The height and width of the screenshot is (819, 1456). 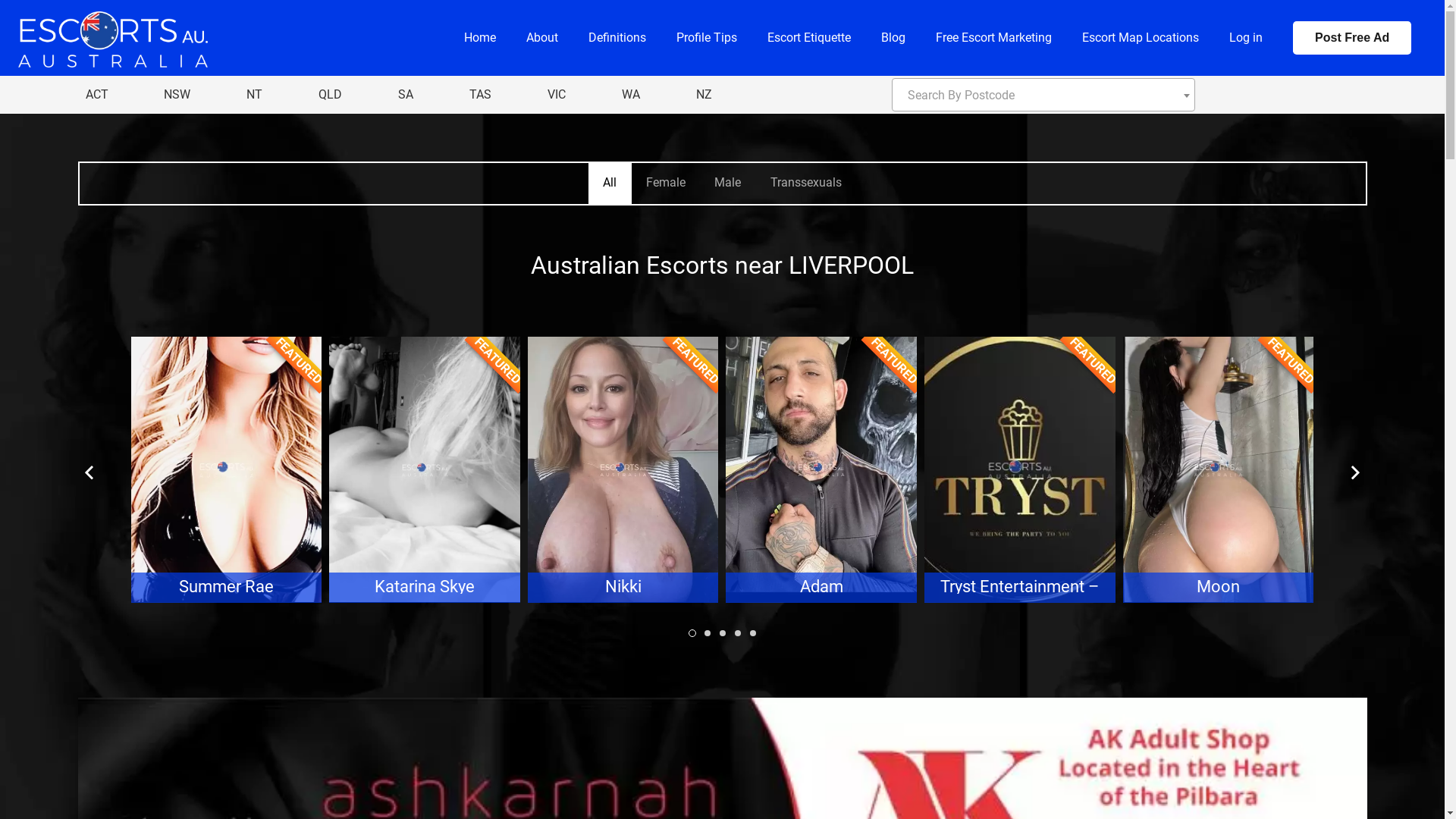 What do you see at coordinates (808, 37) in the screenshot?
I see `'Escort Etiquette'` at bounding box center [808, 37].